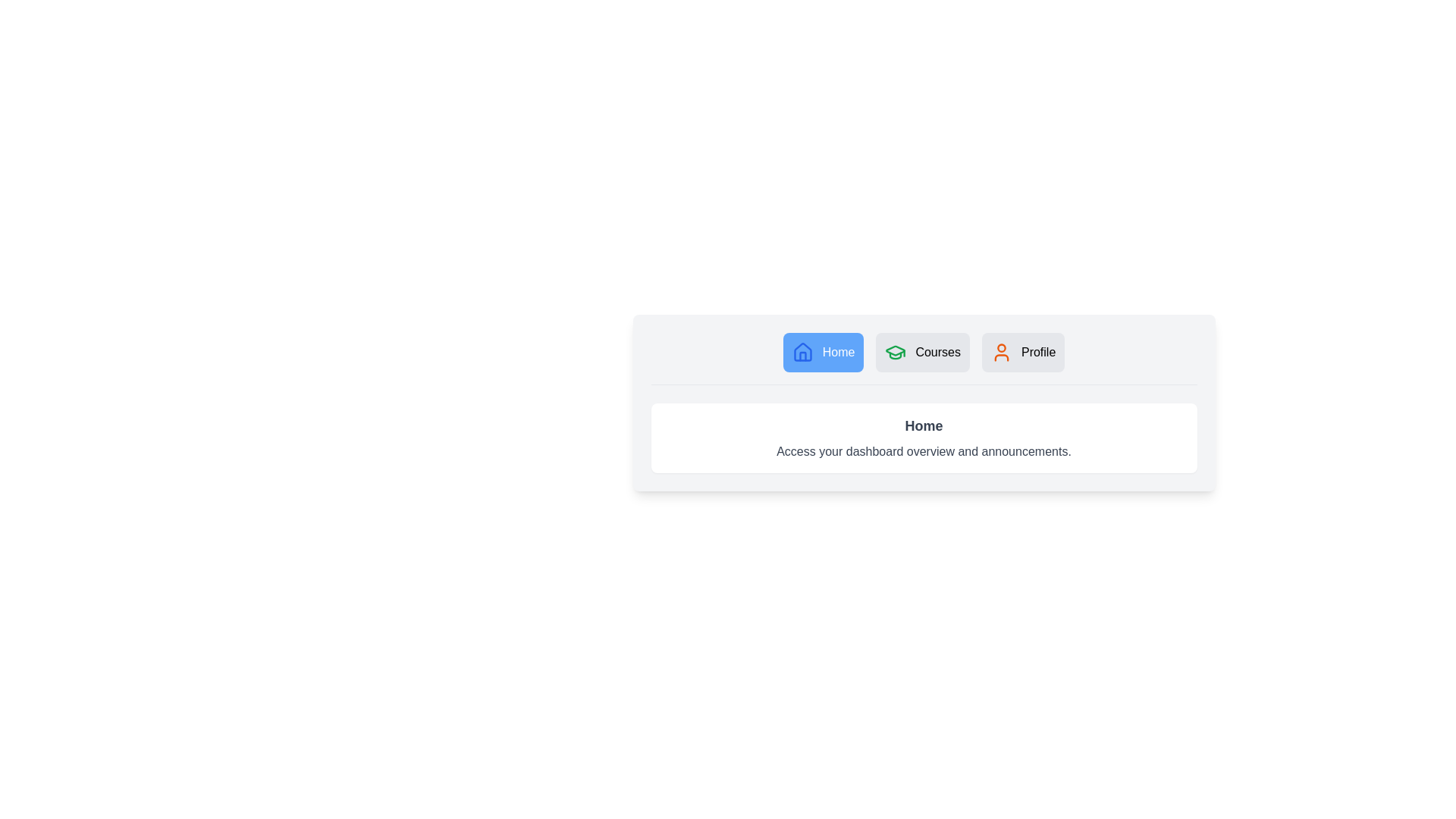 The image size is (1456, 819). Describe the element at coordinates (822, 353) in the screenshot. I see `the Home tab to observe its hover effect` at that location.